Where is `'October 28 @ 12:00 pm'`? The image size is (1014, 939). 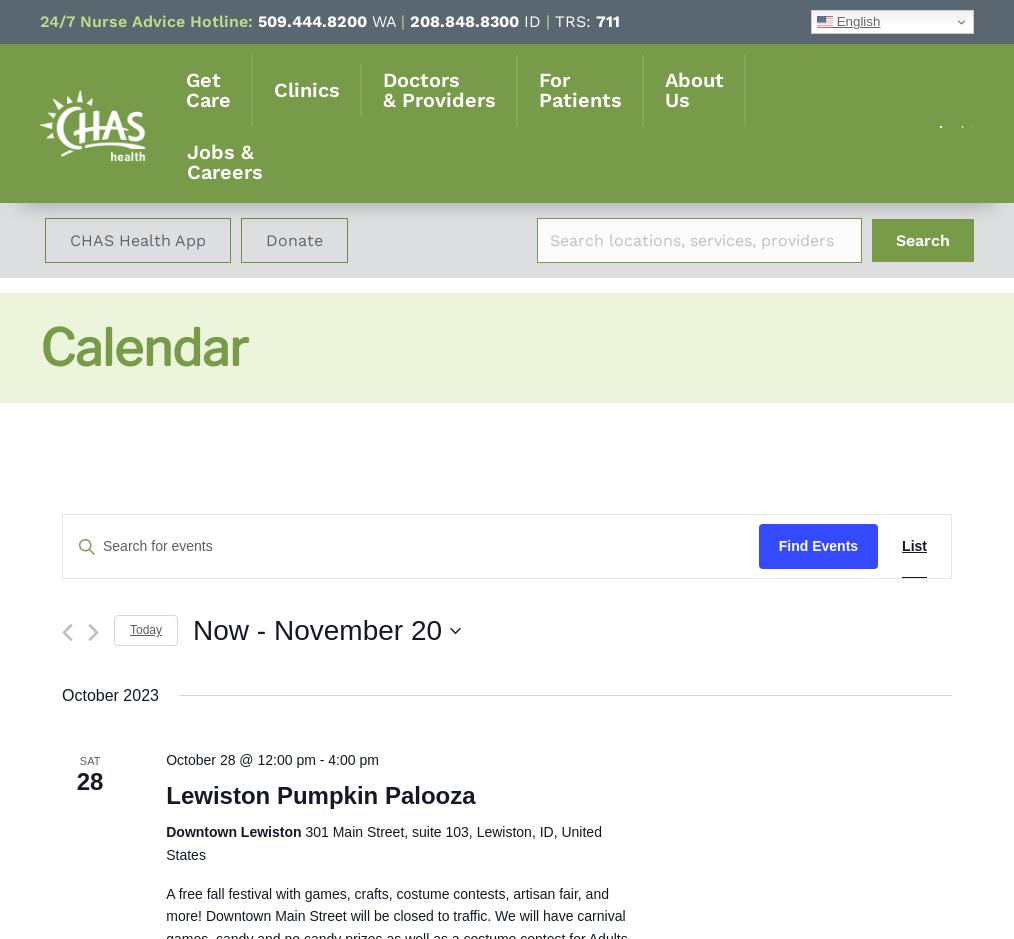 'October 28 @ 12:00 pm' is located at coordinates (239, 758).